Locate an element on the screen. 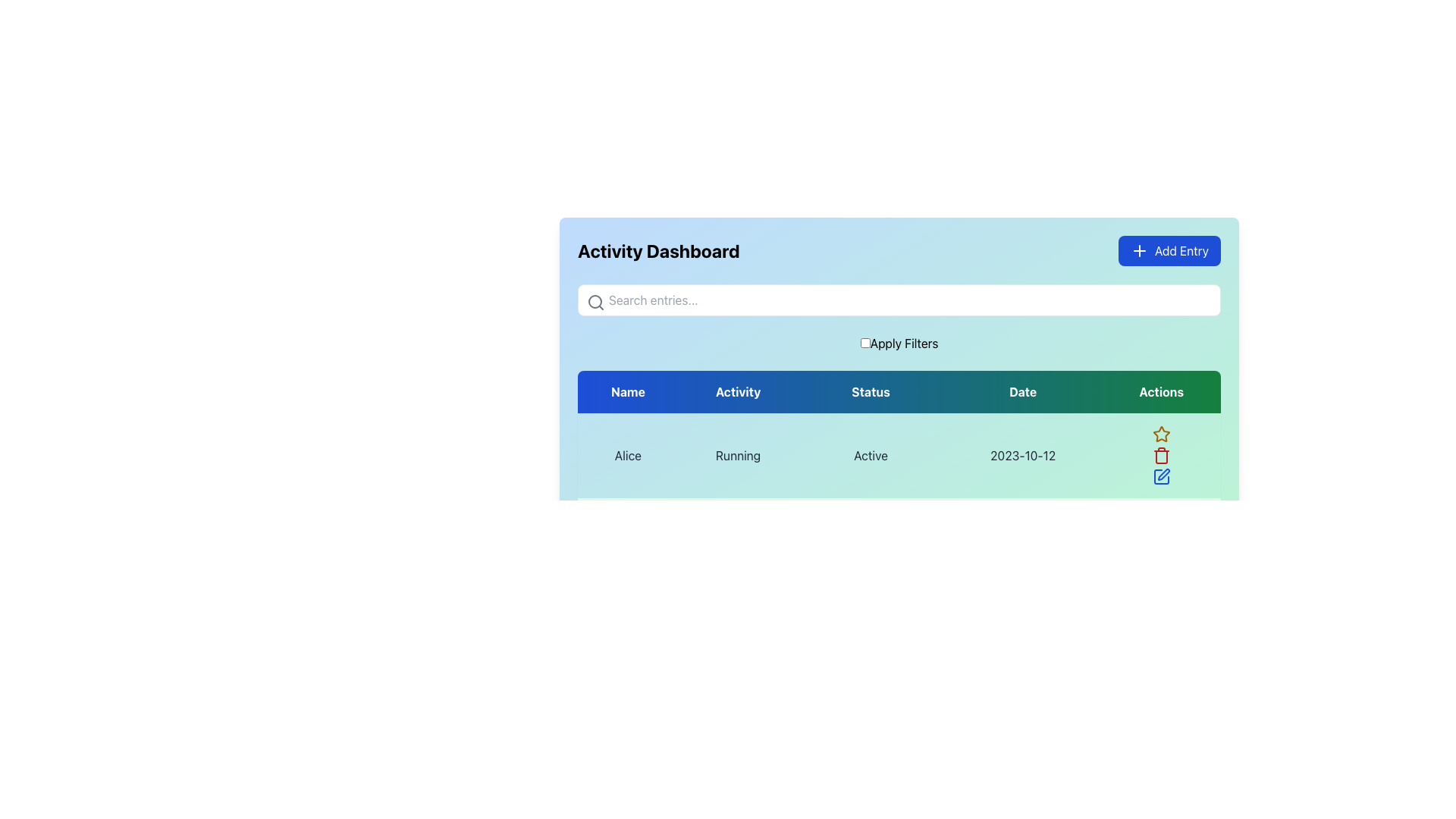 This screenshot has height=819, width=1456. the text label displaying 'Actions' in white color with a green background, located at the top-right quadrant of the layout in the table header row is located at coordinates (1160, 391).